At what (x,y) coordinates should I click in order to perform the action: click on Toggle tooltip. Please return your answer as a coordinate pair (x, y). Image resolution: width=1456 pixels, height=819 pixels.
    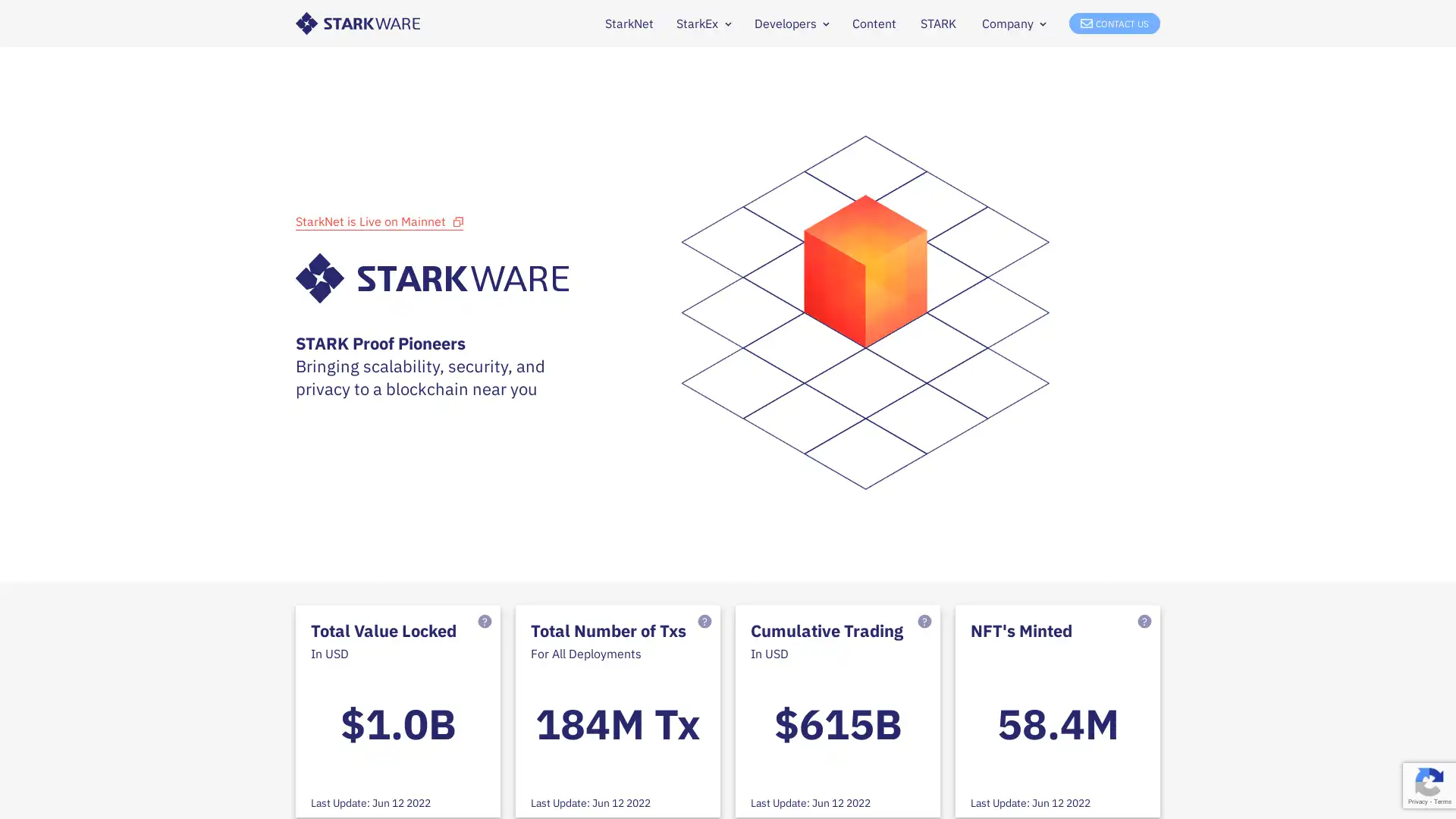
    Looking at the image, I should click on (704, 623).